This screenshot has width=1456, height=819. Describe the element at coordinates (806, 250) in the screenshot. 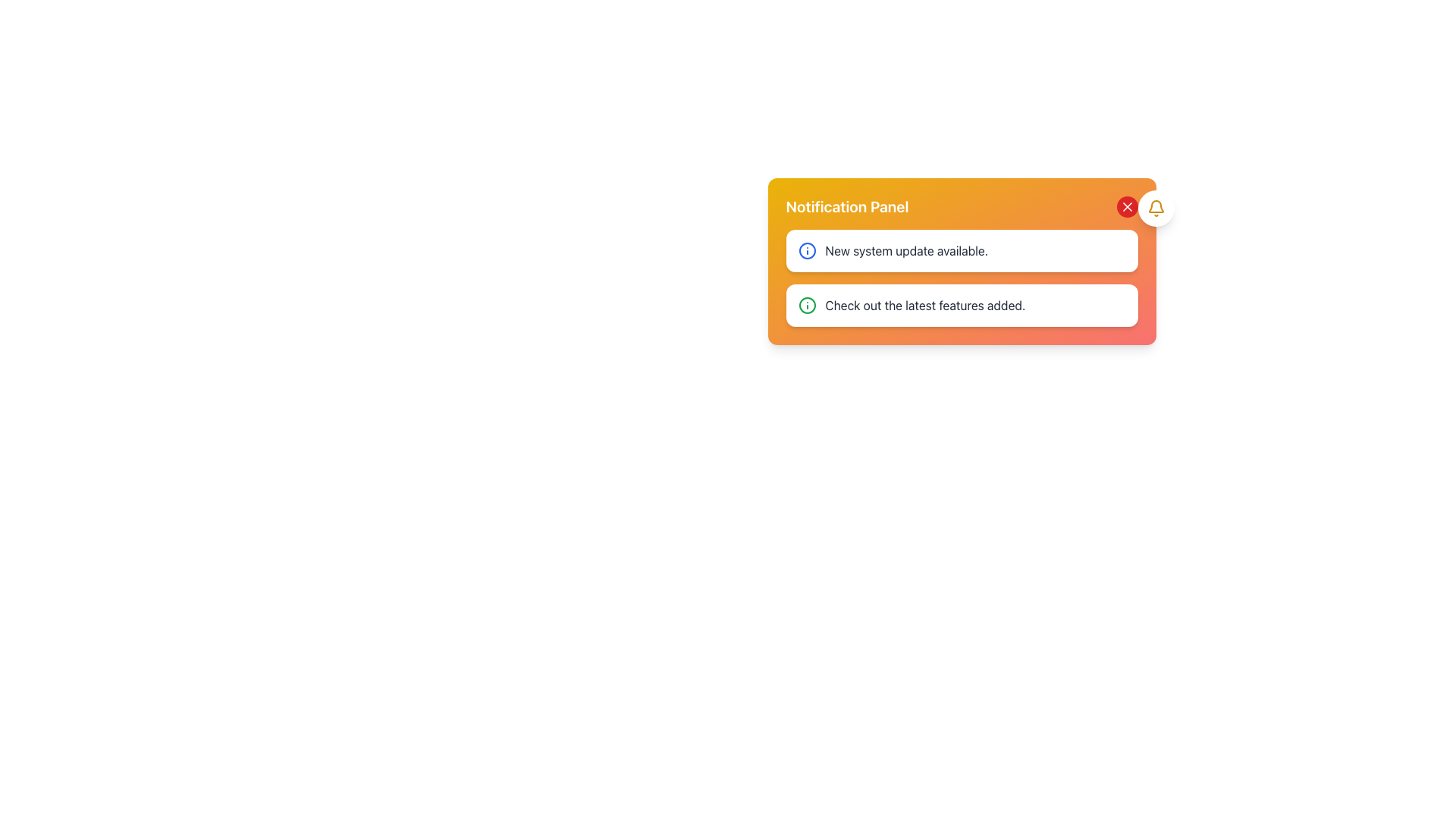

I see `the circular vector graphic element with a blue border that is part of an icon adjacent to the notification message panel containing the text 'Check out the latest features added.'` at that location.